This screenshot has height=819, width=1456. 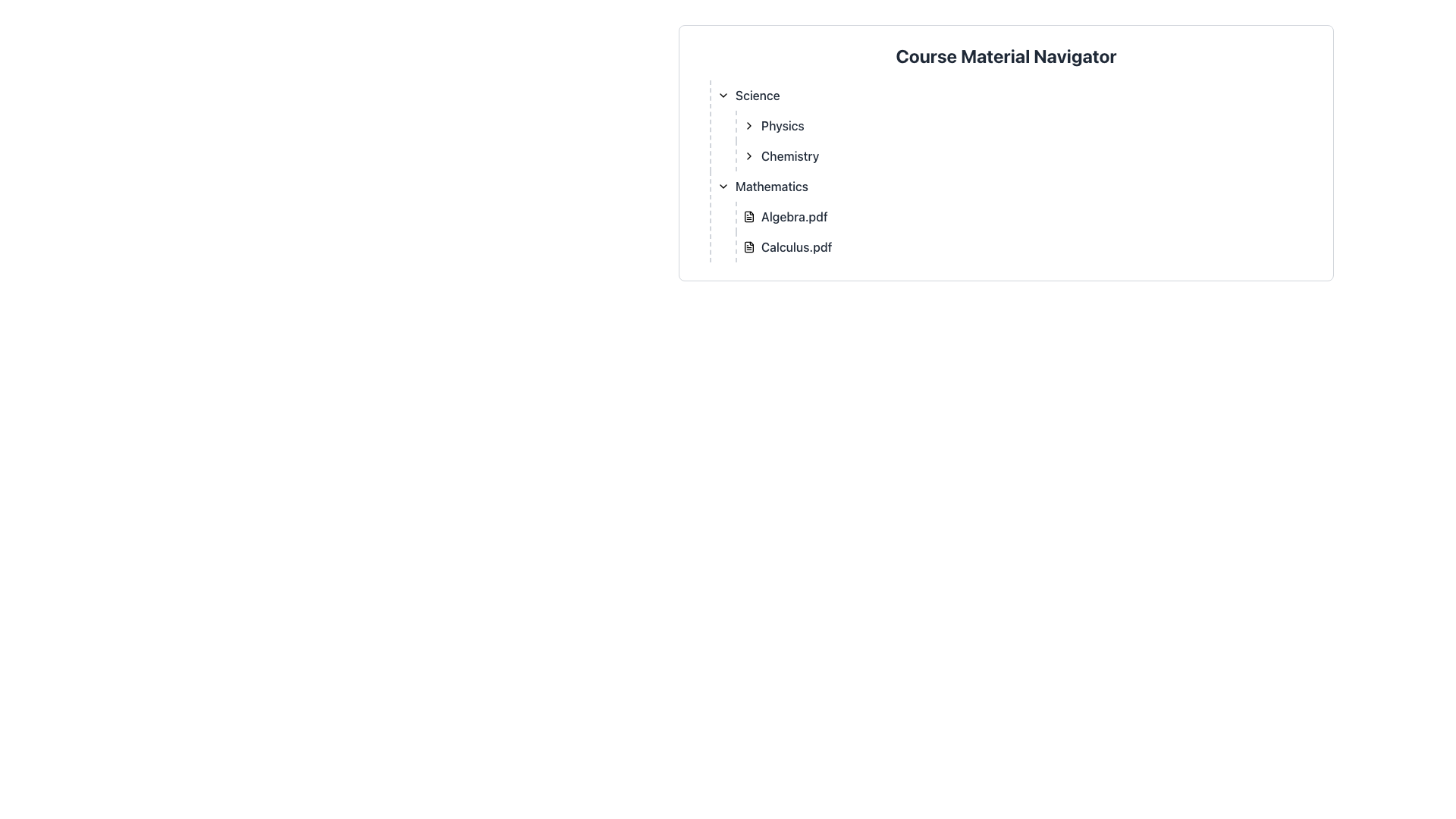 I want to click on the chevron icon, so click(x=723, y=96).